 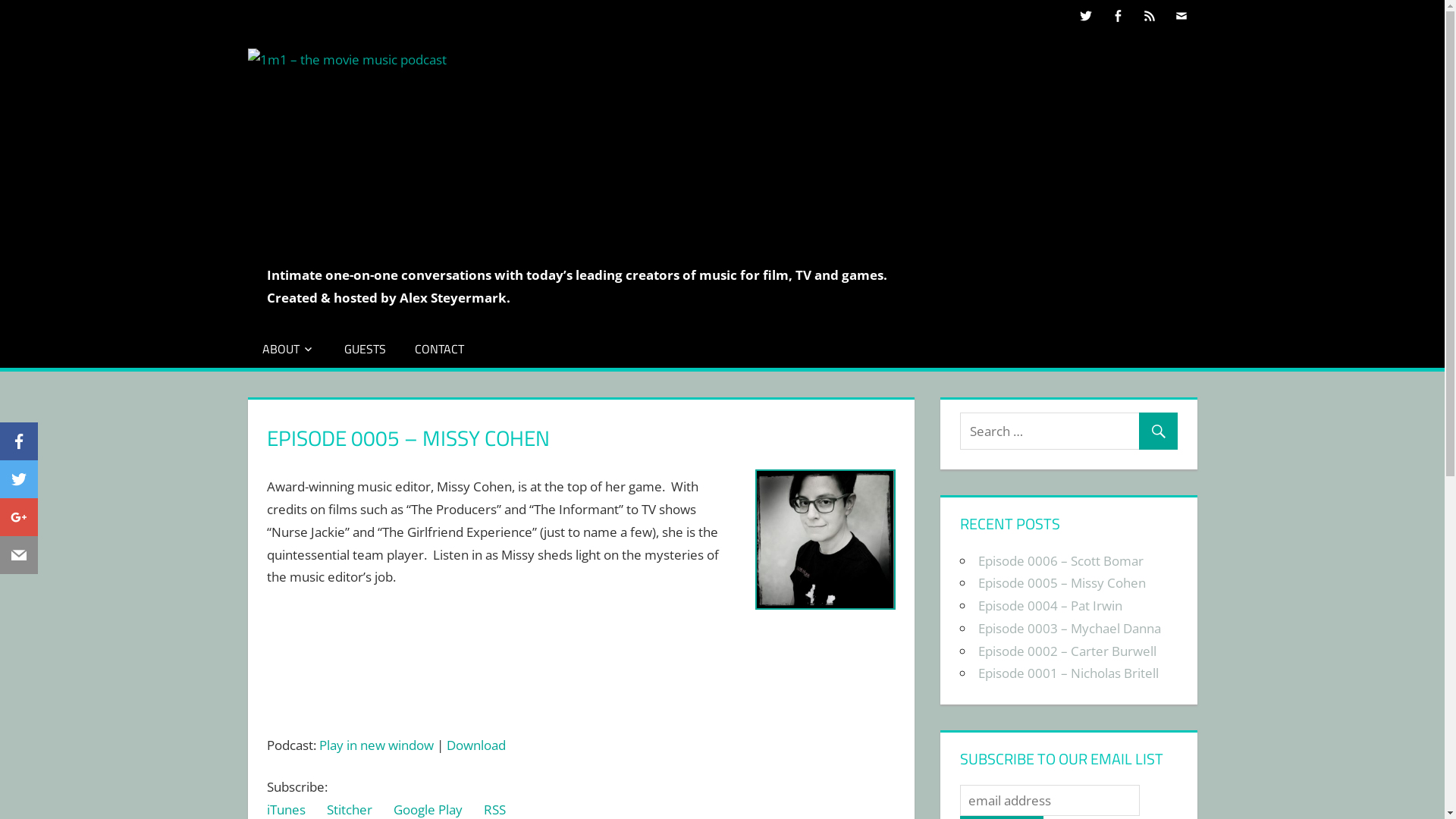 I want to click on 'Email', so click(x=18, y=557).